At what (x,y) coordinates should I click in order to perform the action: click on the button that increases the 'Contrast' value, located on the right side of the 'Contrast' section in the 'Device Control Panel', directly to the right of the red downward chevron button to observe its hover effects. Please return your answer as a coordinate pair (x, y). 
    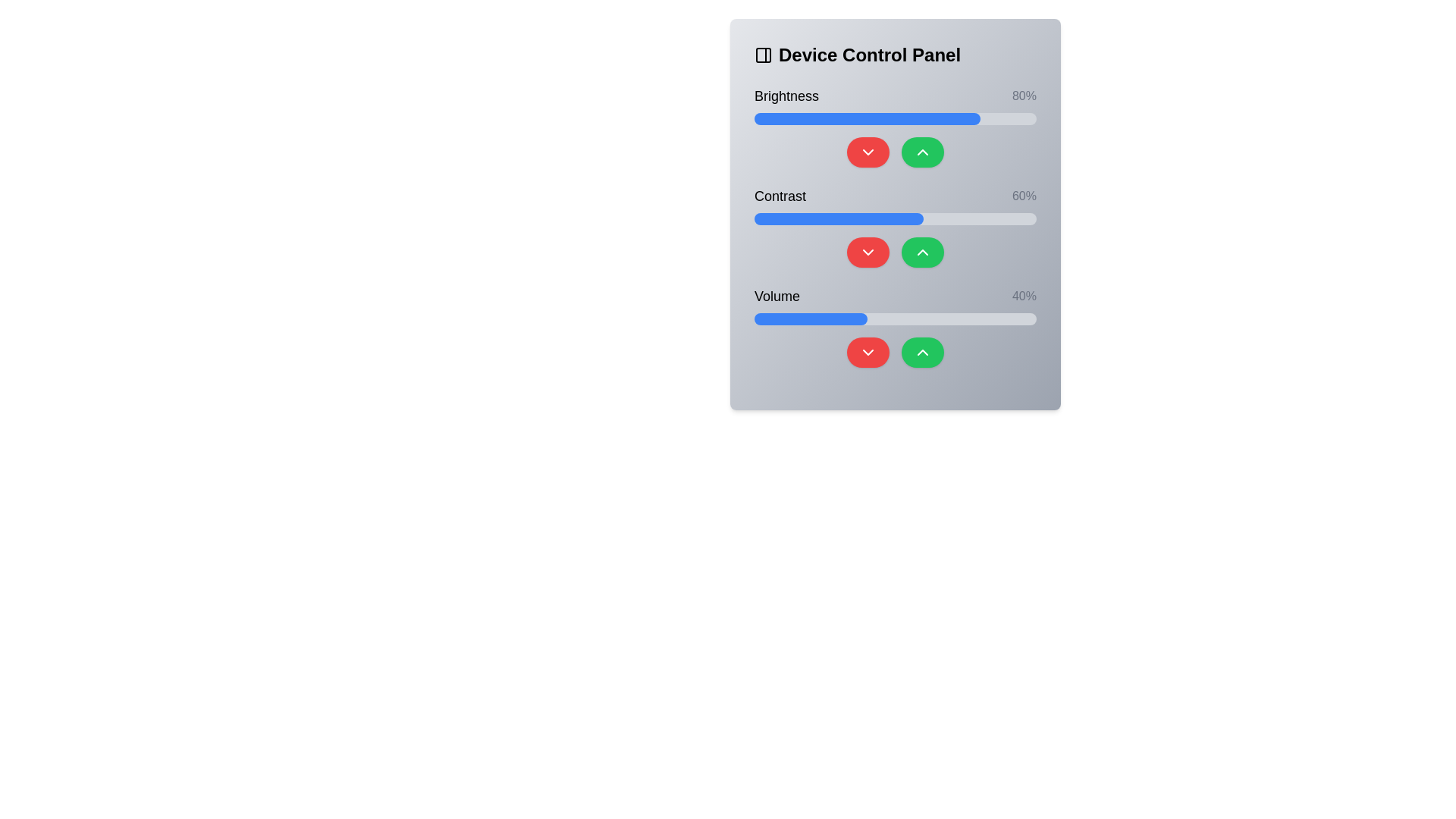
    Looking at the image, I should click on (922, 251).